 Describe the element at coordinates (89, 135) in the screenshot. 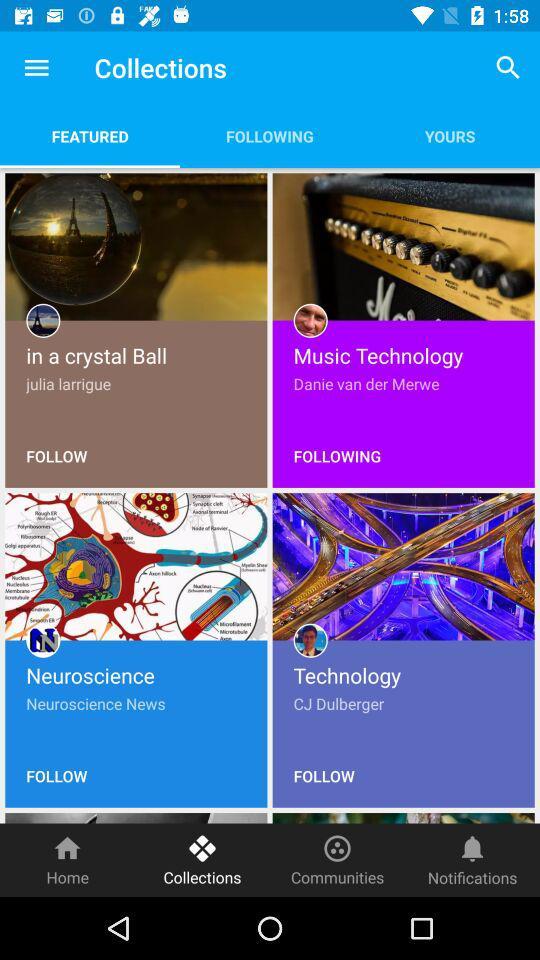

I see `icon next to following app` at that location.